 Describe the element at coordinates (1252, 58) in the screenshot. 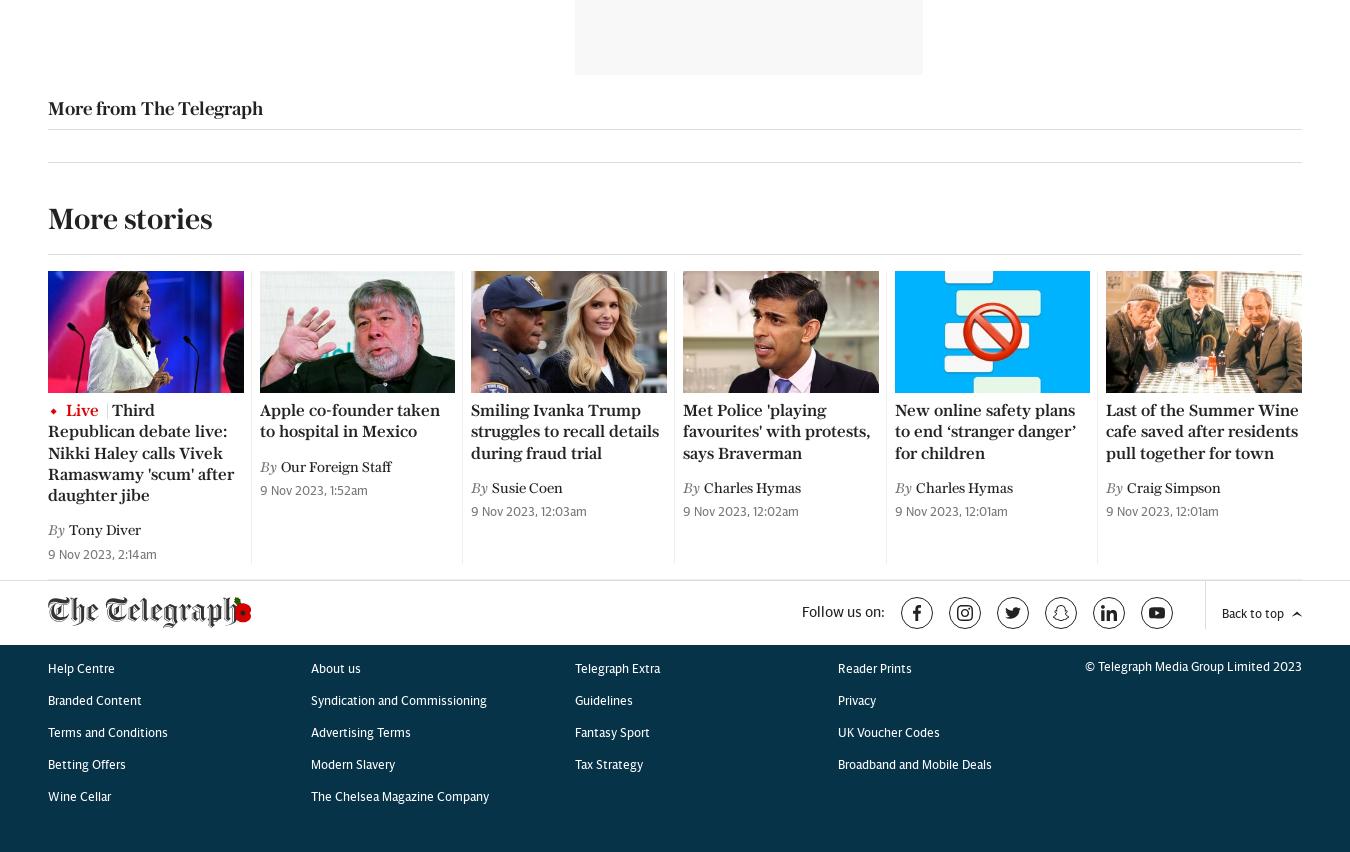

I see `'Back to top'` at that location.